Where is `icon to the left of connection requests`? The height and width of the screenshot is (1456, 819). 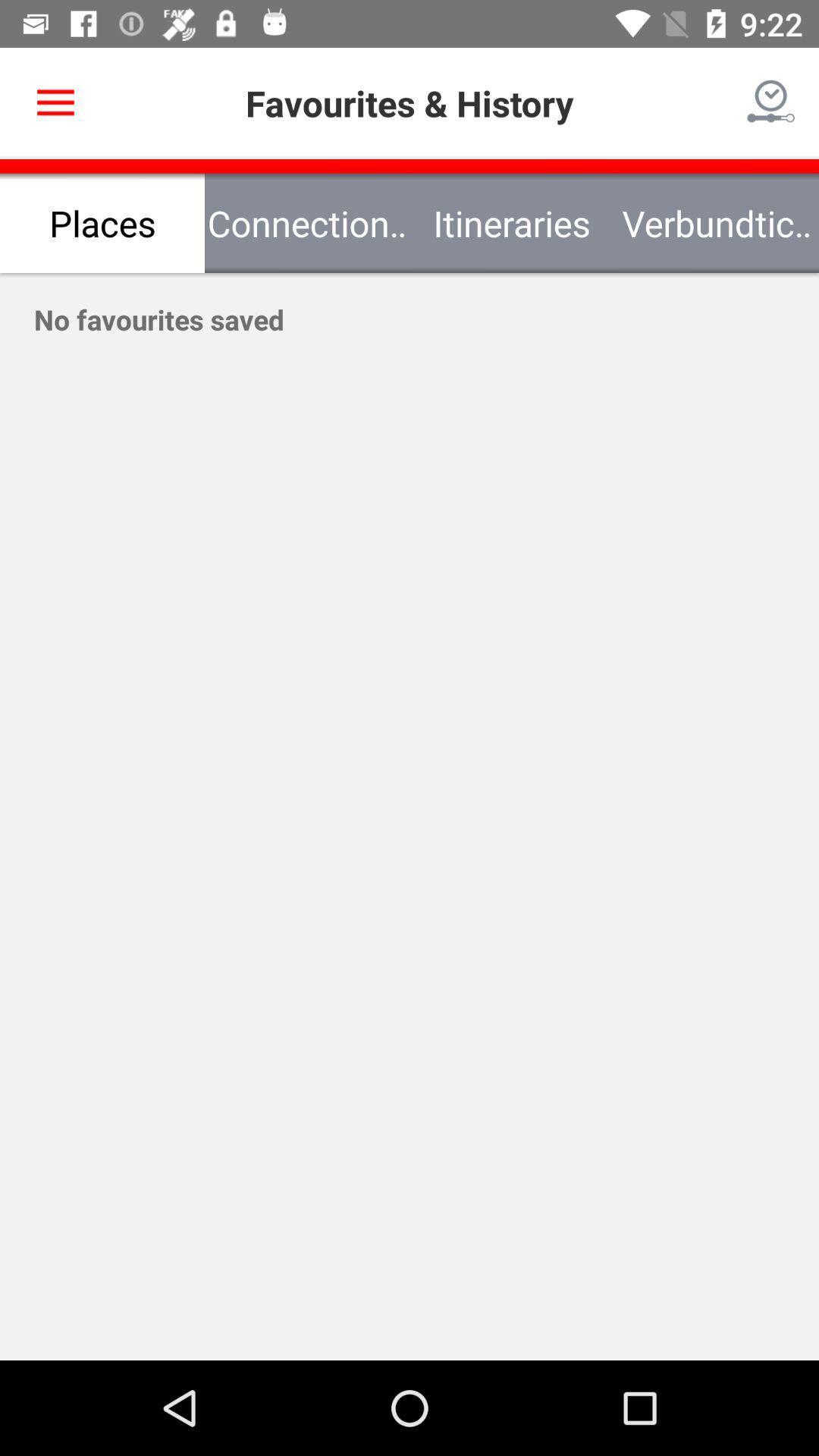 icon to the left of connection requests is located at coordinates (55, 102).